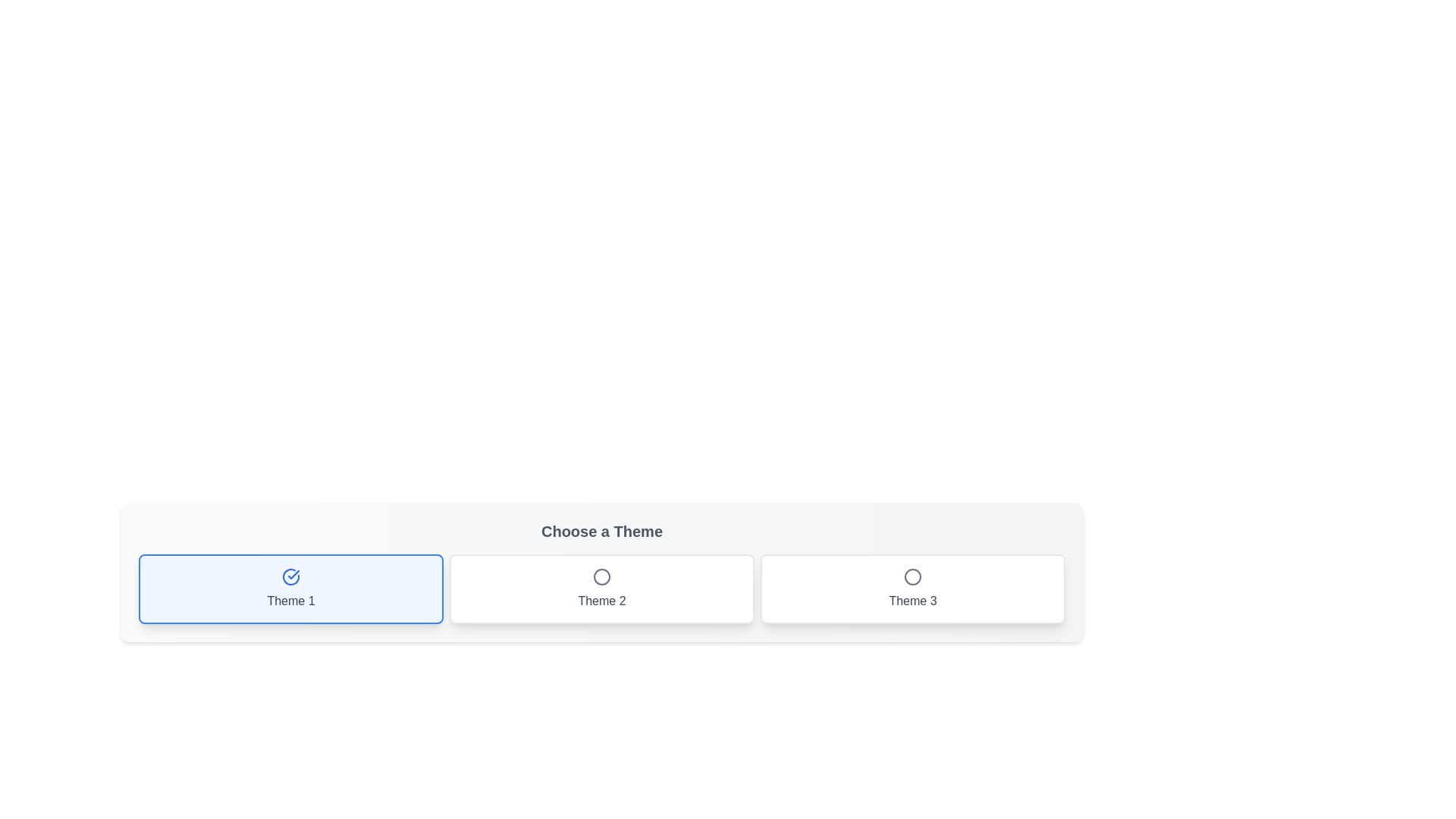 Image resolution: width=1456 pixels, height=819 pixels. I want to click on the gray outlined circle icon above the text 'Theme 3', so click(912, 576).